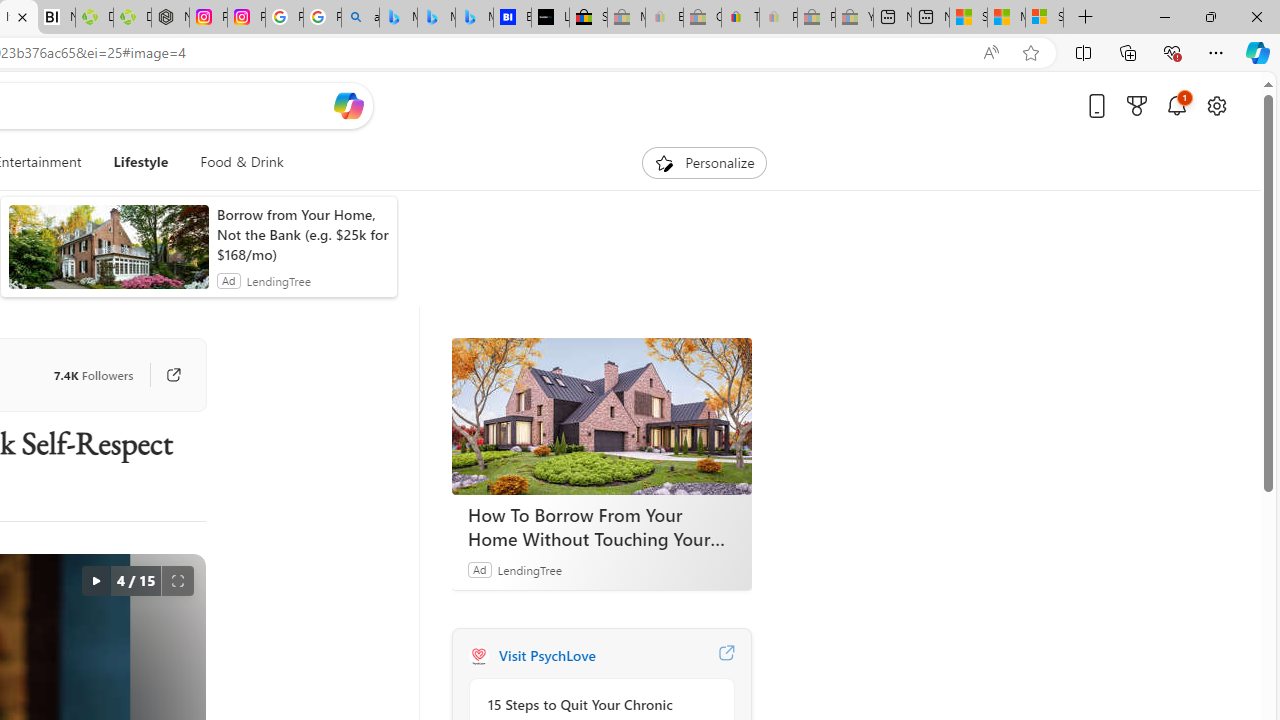 Image resolution: width=1280 pixels, height=720 pixels. What do you see at coordinates (94, 581) in the screenshot?
I see `'autorotate button'` at bounding box center [94, 581].